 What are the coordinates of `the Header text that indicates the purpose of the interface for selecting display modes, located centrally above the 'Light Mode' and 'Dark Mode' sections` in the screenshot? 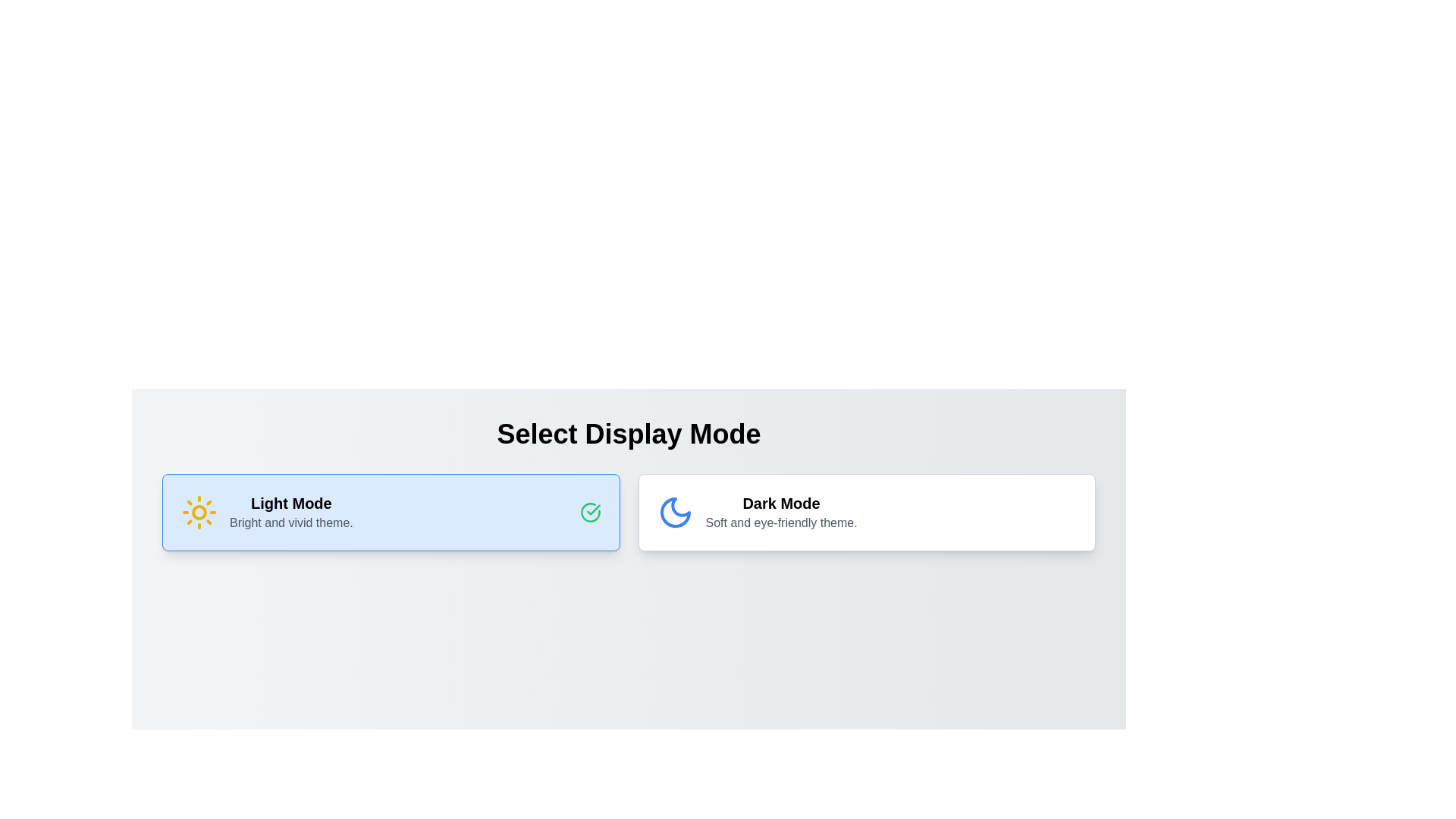 It's located at (629, 435).